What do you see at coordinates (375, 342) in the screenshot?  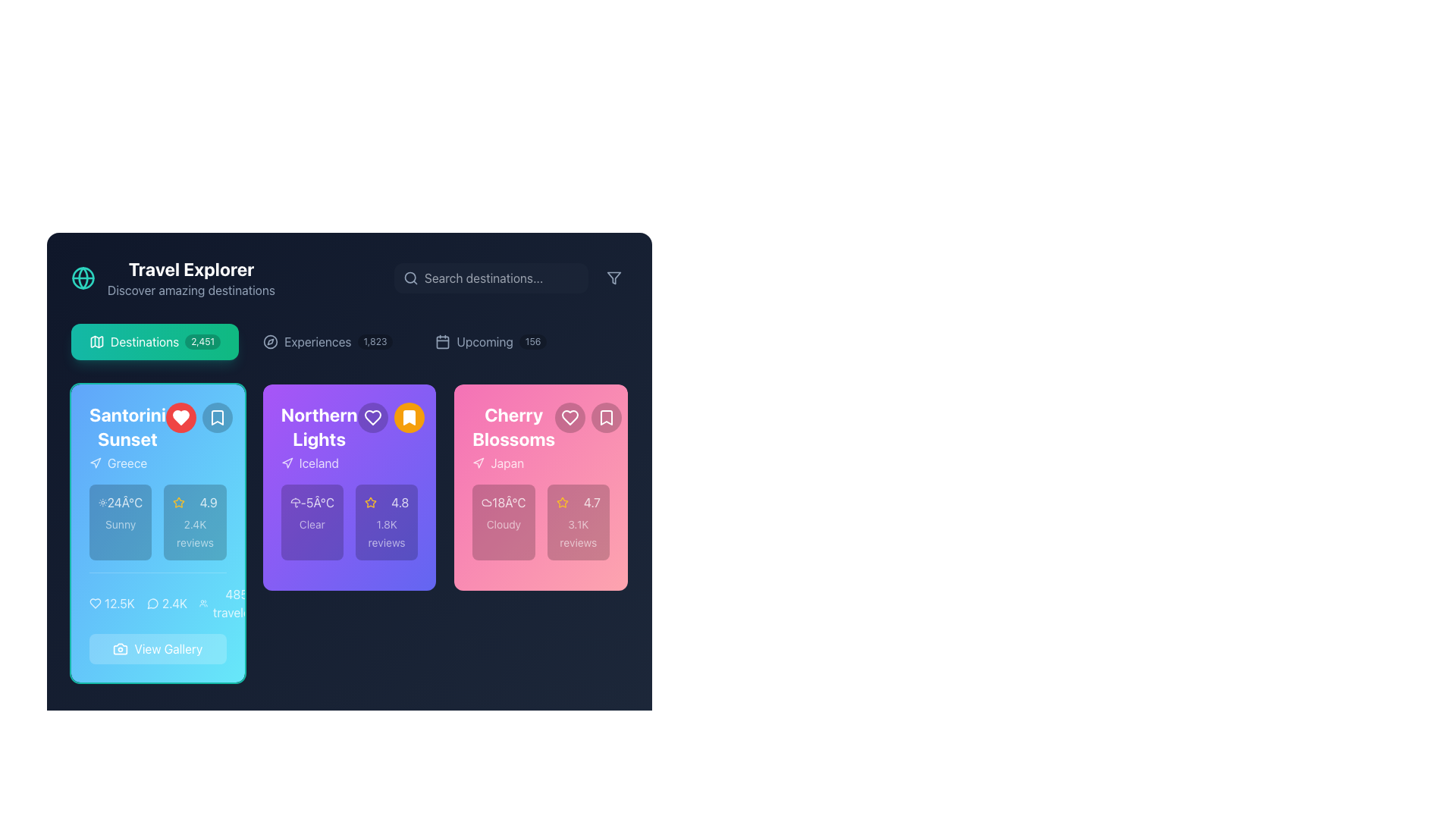 I see `the badge indicating the number of experiences in the 'Experiences' section of the navigation area` at bounding box center [375, 342].